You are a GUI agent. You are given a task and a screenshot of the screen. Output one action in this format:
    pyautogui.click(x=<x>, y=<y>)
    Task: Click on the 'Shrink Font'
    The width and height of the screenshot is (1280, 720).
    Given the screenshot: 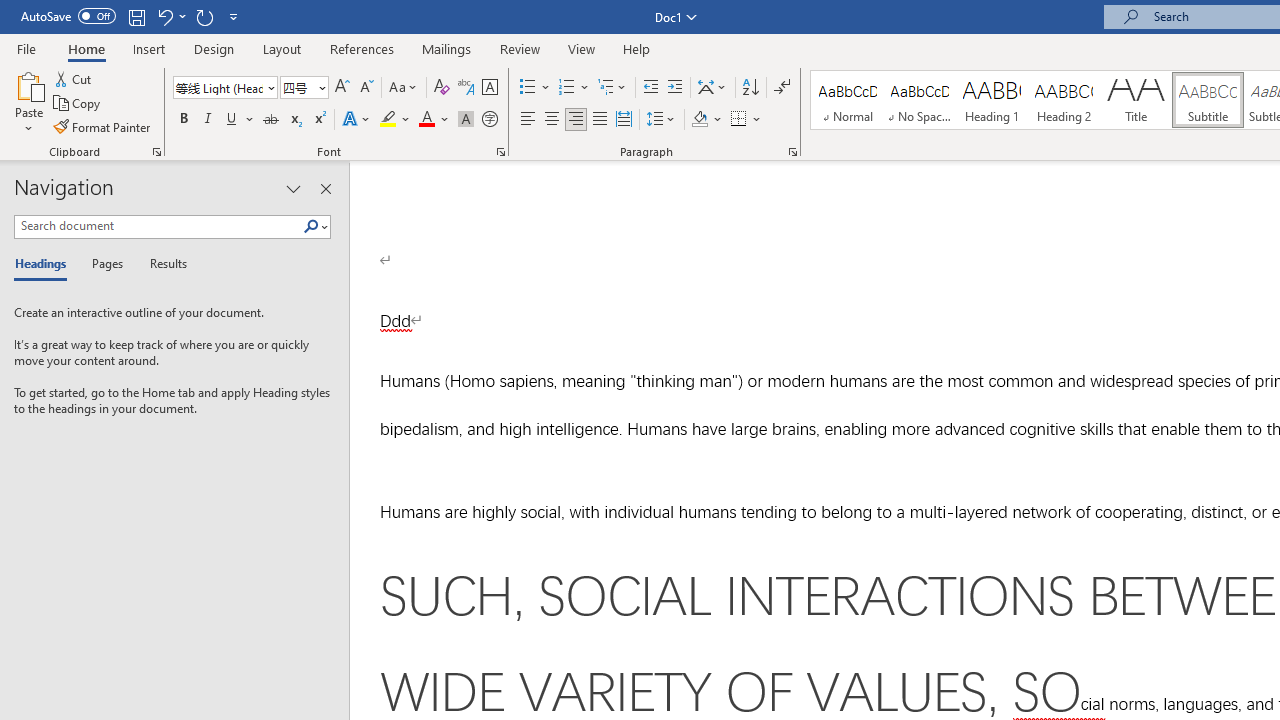 What is the action you would take?
    pyautogui.click(x=366, y=86)
    